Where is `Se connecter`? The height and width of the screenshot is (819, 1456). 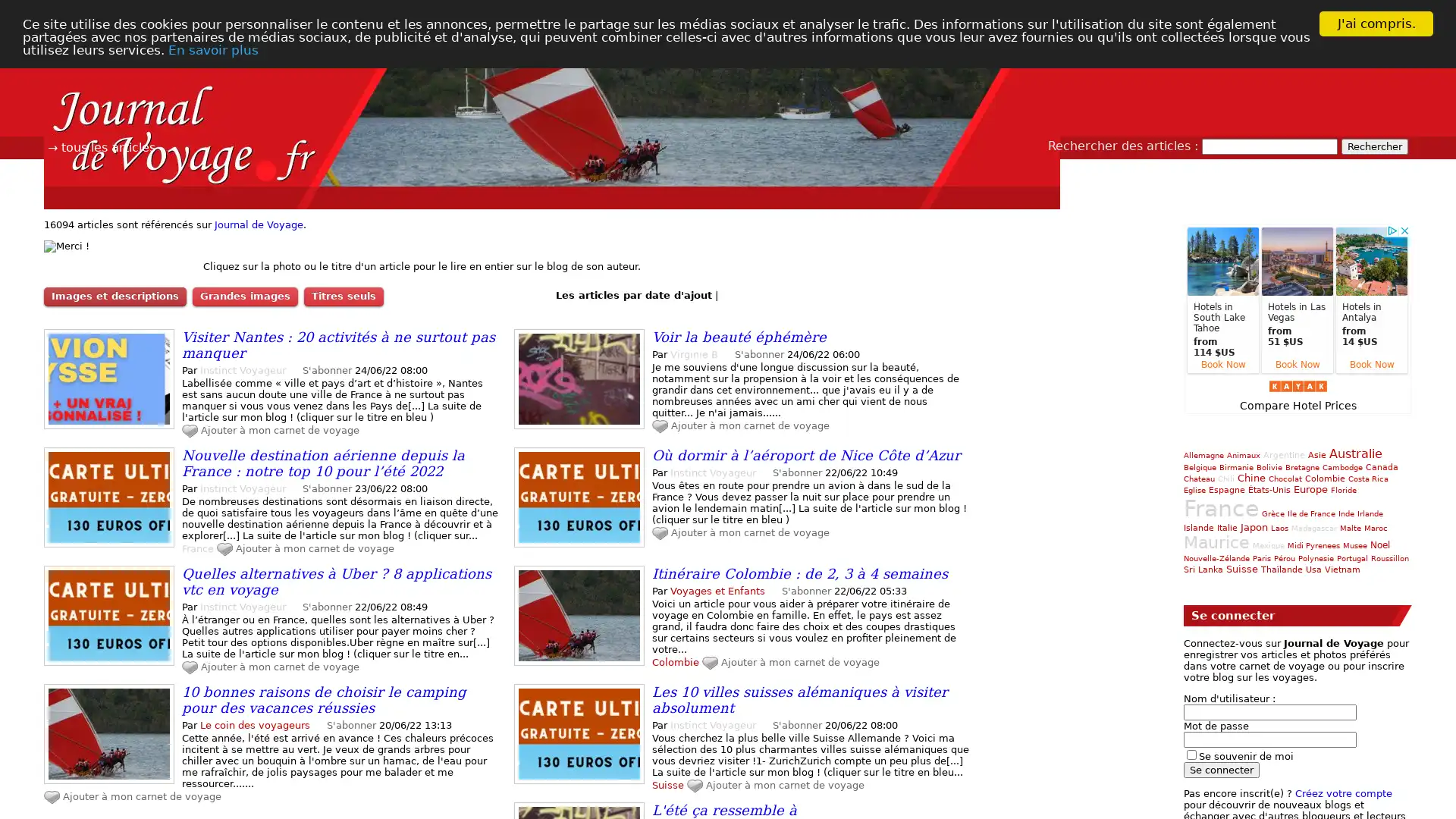
Se connecter is located at coordinates (1222, 769).